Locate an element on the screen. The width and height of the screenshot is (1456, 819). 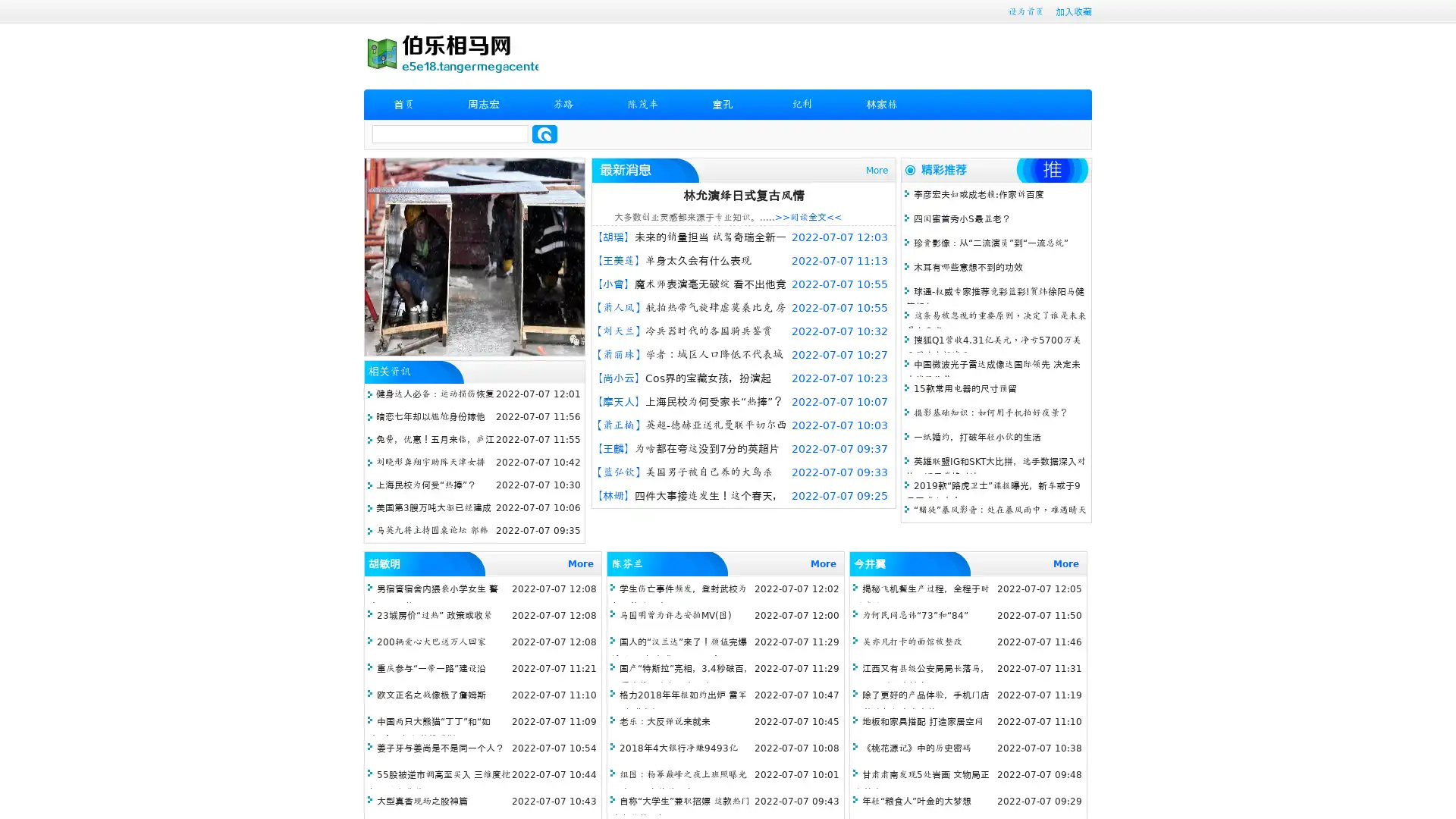
Search is located at coordinates (544, 133).